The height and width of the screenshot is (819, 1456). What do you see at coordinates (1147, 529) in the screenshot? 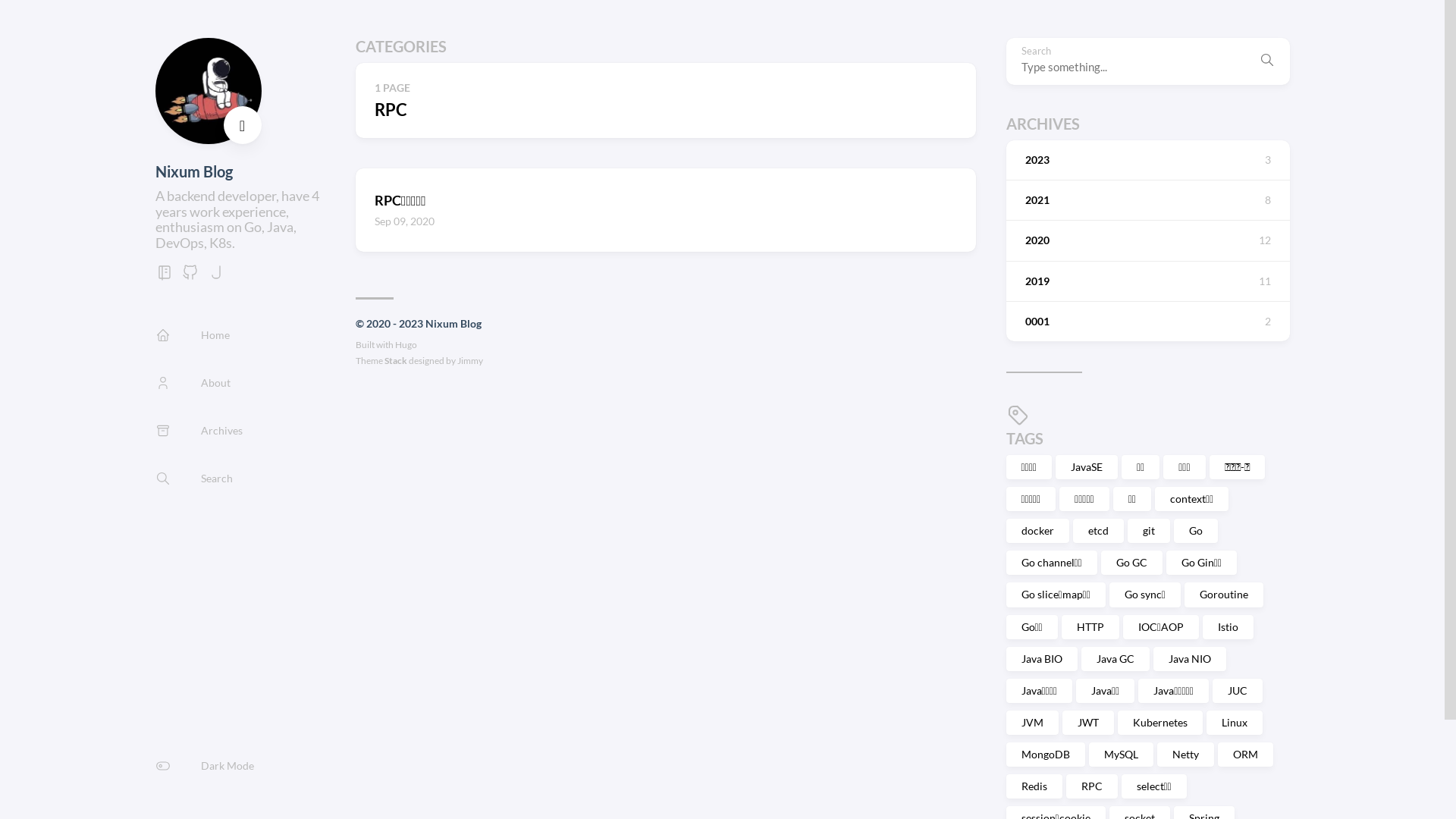
I see `'git'` at bounding box center [1147, 529].